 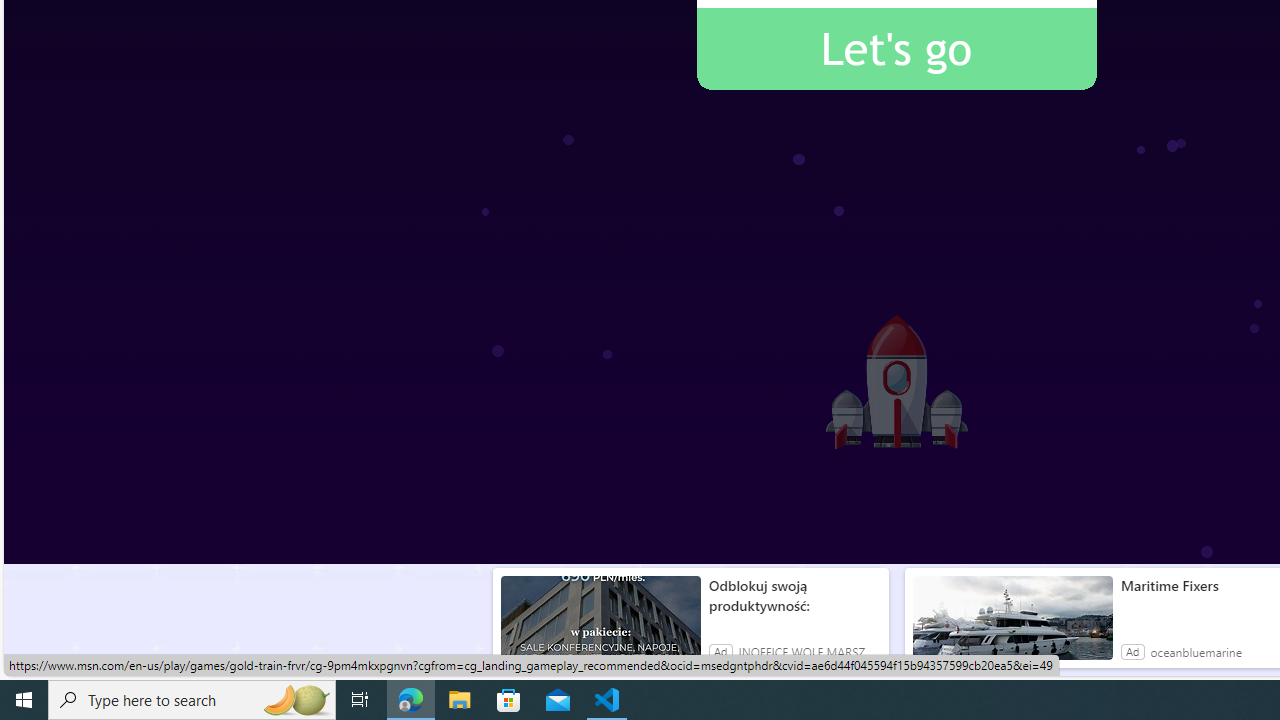 I want to click on 'oceanbluemarine', so click(x=1195, y=651).